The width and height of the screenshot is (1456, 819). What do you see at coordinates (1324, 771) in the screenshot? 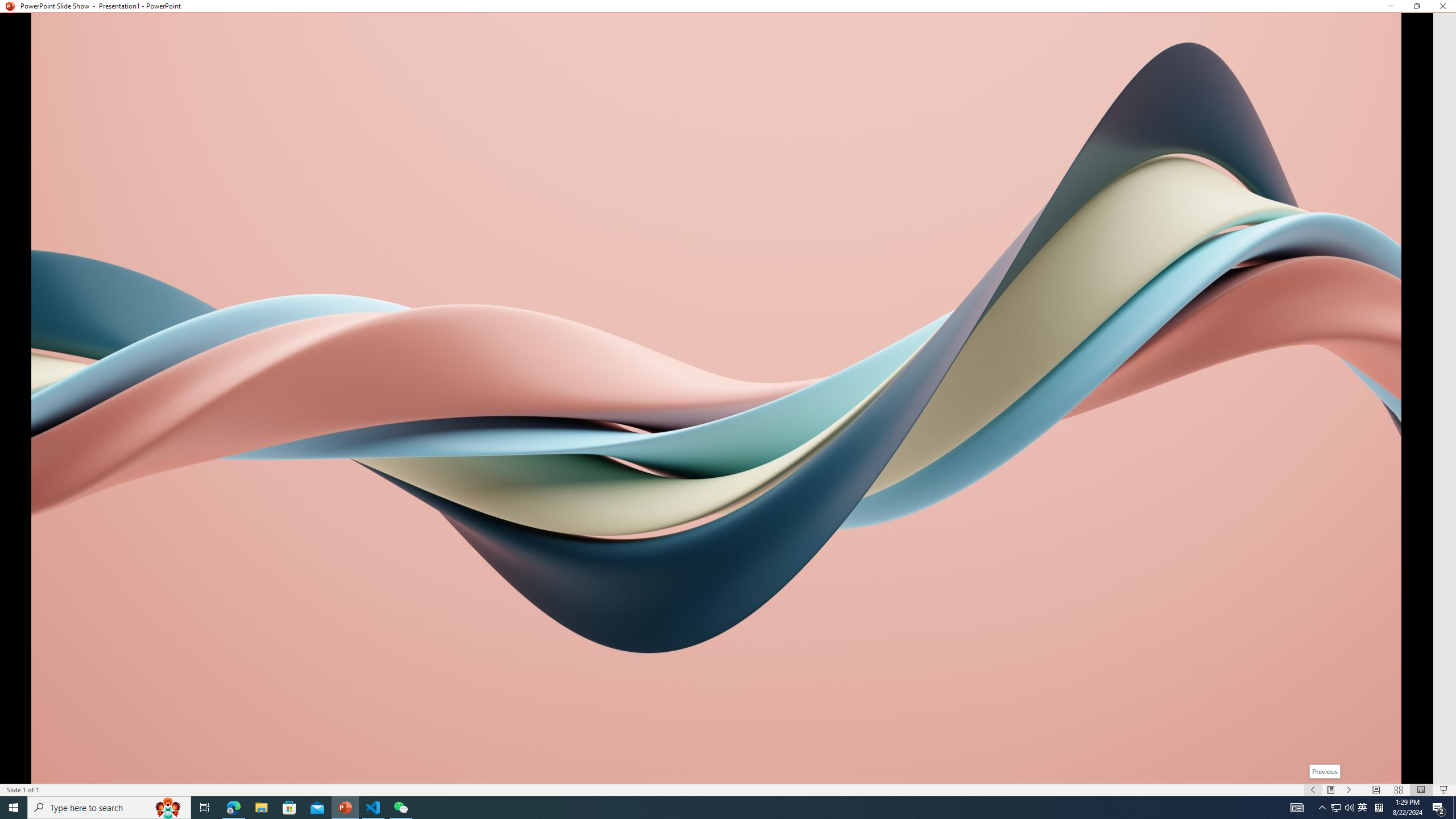
I see `'Previous'` at bounding box center [1324, 771].